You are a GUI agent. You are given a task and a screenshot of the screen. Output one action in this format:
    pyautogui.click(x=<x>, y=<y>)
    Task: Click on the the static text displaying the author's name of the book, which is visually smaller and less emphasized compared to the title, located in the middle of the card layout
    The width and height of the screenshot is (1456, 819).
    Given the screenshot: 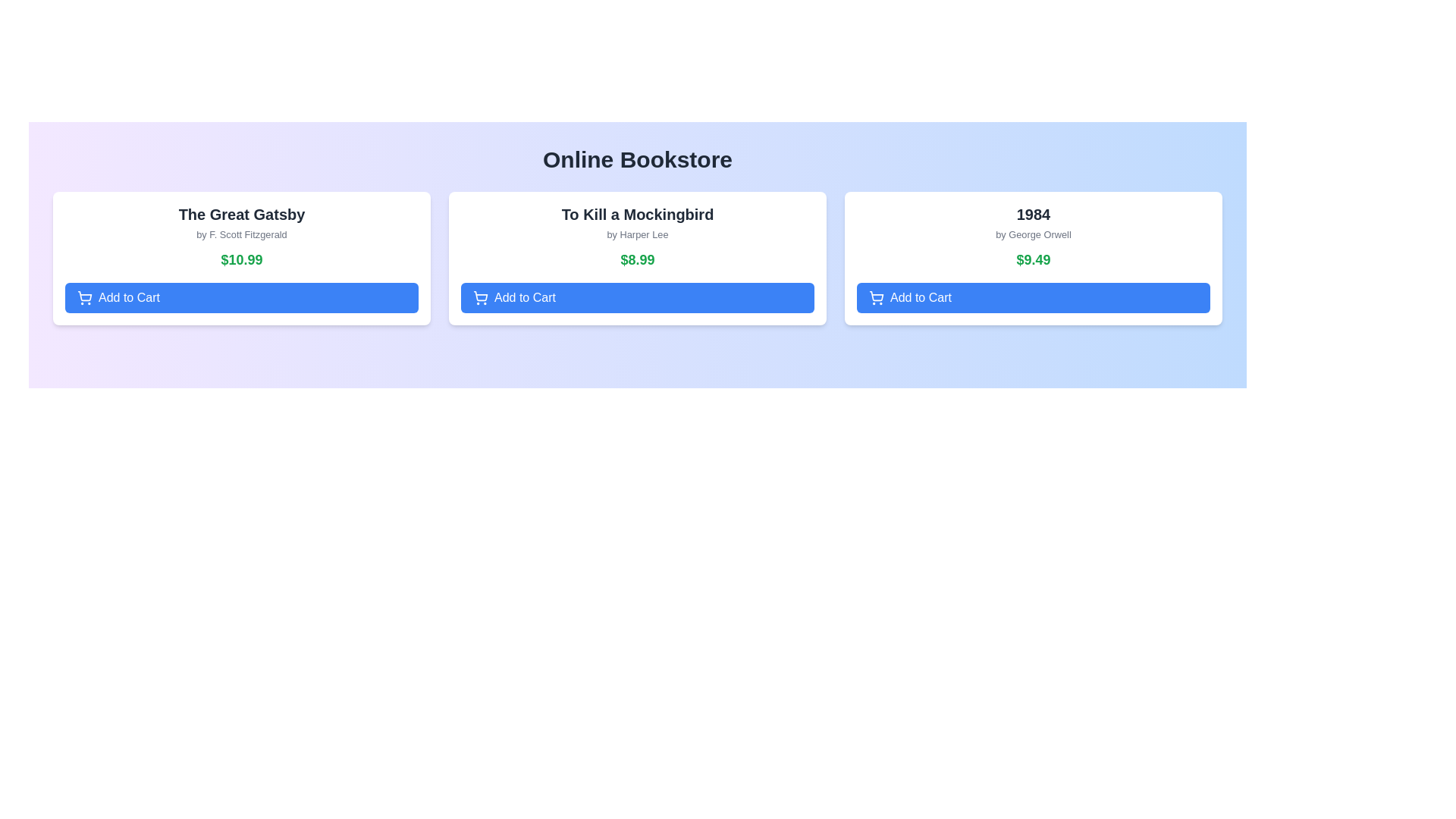 What is the action you would take?
    pyautogui.click(x=637, y=234)
    